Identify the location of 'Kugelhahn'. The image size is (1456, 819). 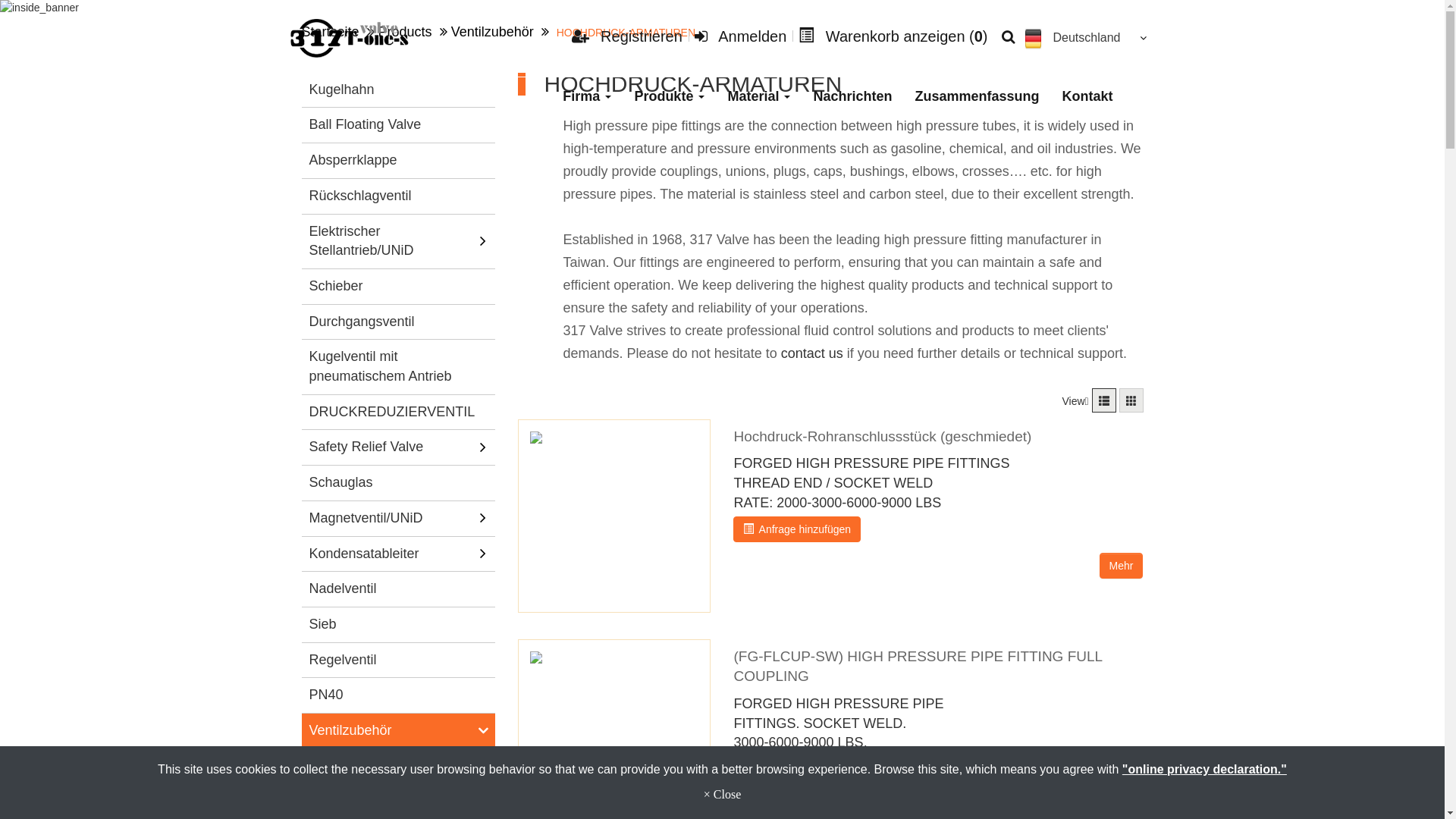
(397, 90).